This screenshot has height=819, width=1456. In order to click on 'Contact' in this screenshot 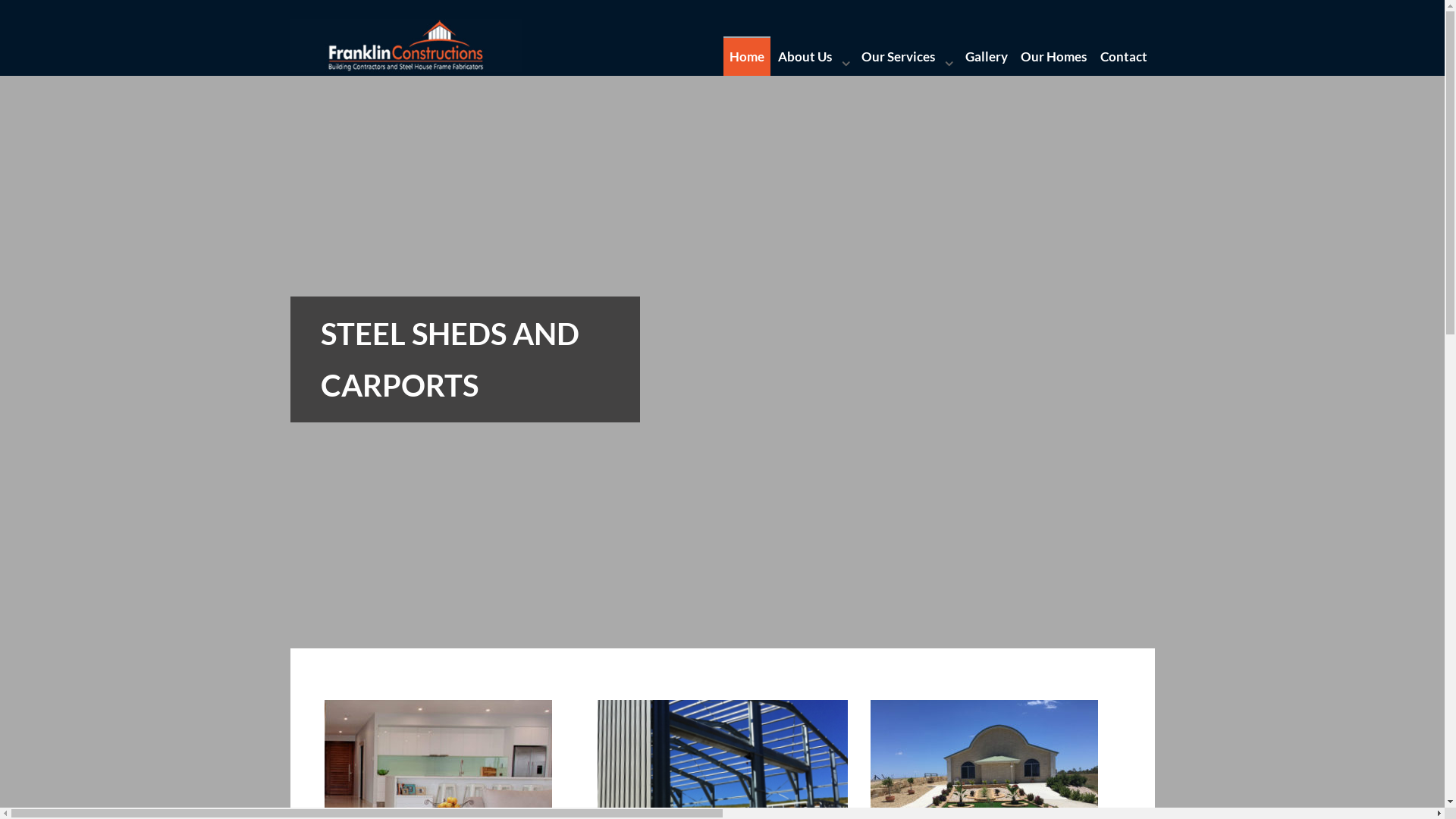, I will do `click(1124, 55)`.